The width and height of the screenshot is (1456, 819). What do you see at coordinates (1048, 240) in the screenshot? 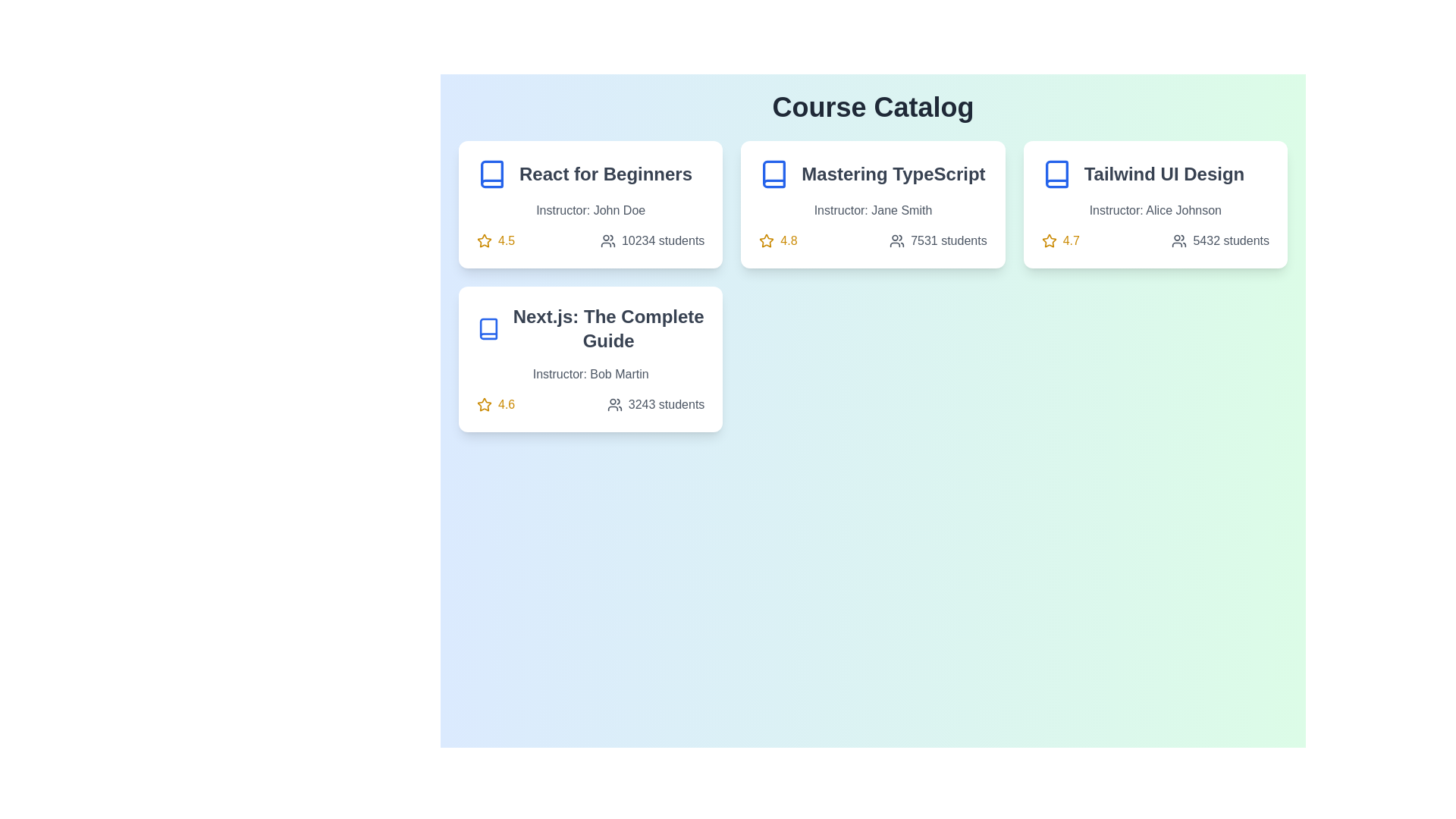
I see `the star icon representing a rating, located to the left of the numeric text '4.7' within the 'Tailwind UI Design' card` at bounding box center [1048, 240].